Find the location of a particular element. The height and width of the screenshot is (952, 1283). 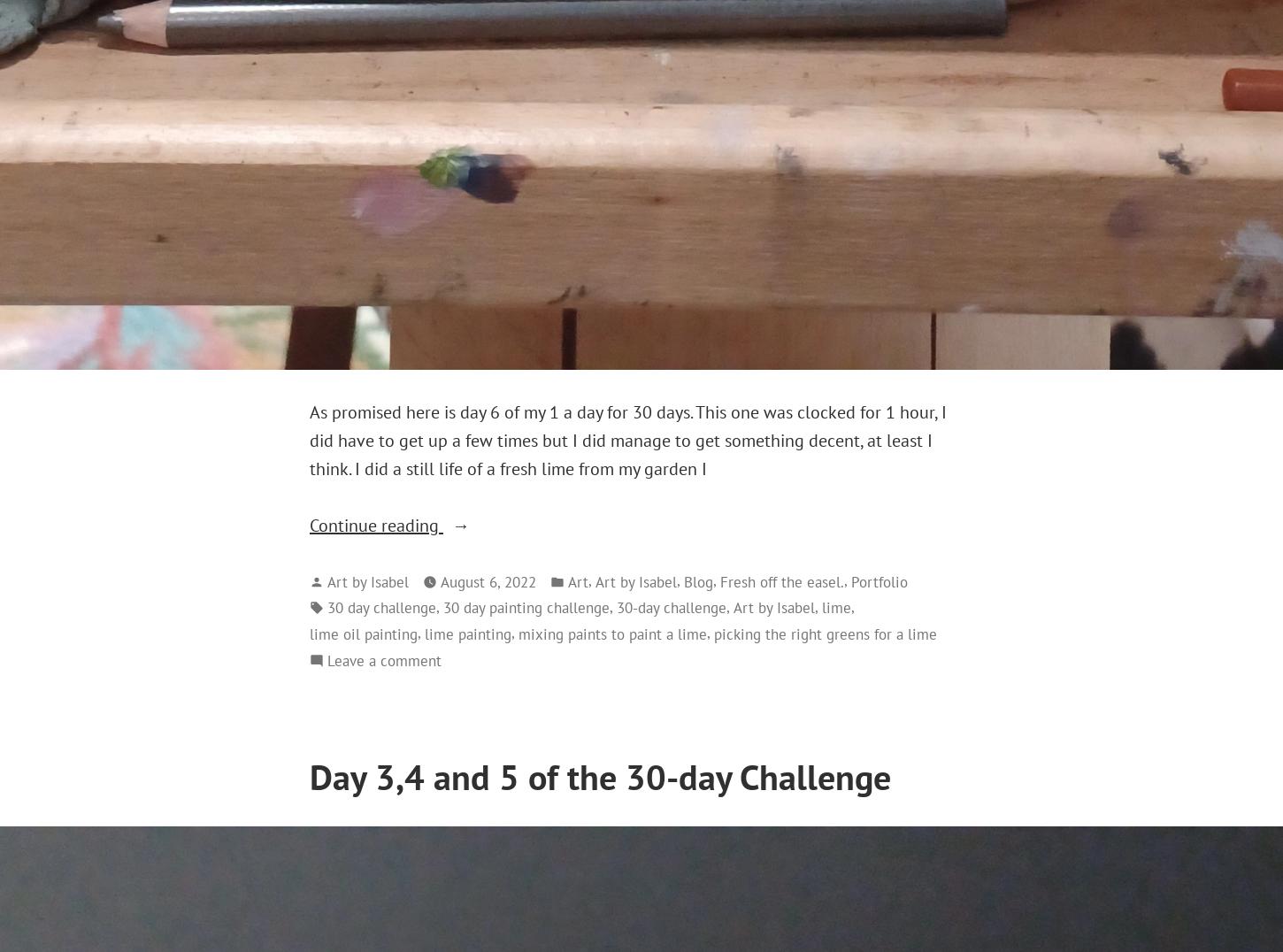

'lime oil painting' is located at coordinates (310, 633).